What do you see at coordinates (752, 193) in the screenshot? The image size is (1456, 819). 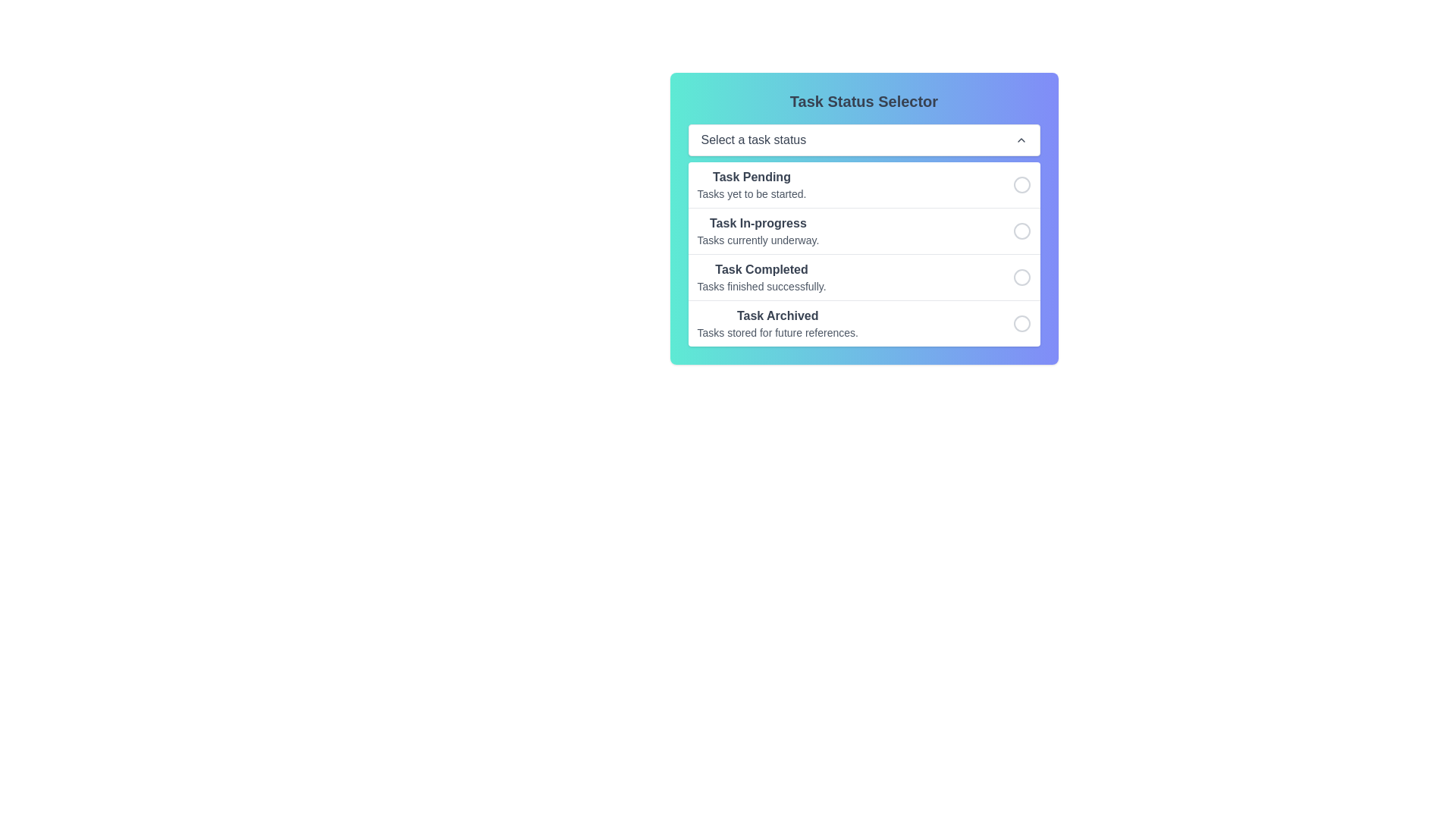 I see `the descriptive Text label that provides additional context about the 'Task Pending' status, located directly below the 'Task Pending' header in the 'Task Status Selector' interface` at bounding box center [752, 193].